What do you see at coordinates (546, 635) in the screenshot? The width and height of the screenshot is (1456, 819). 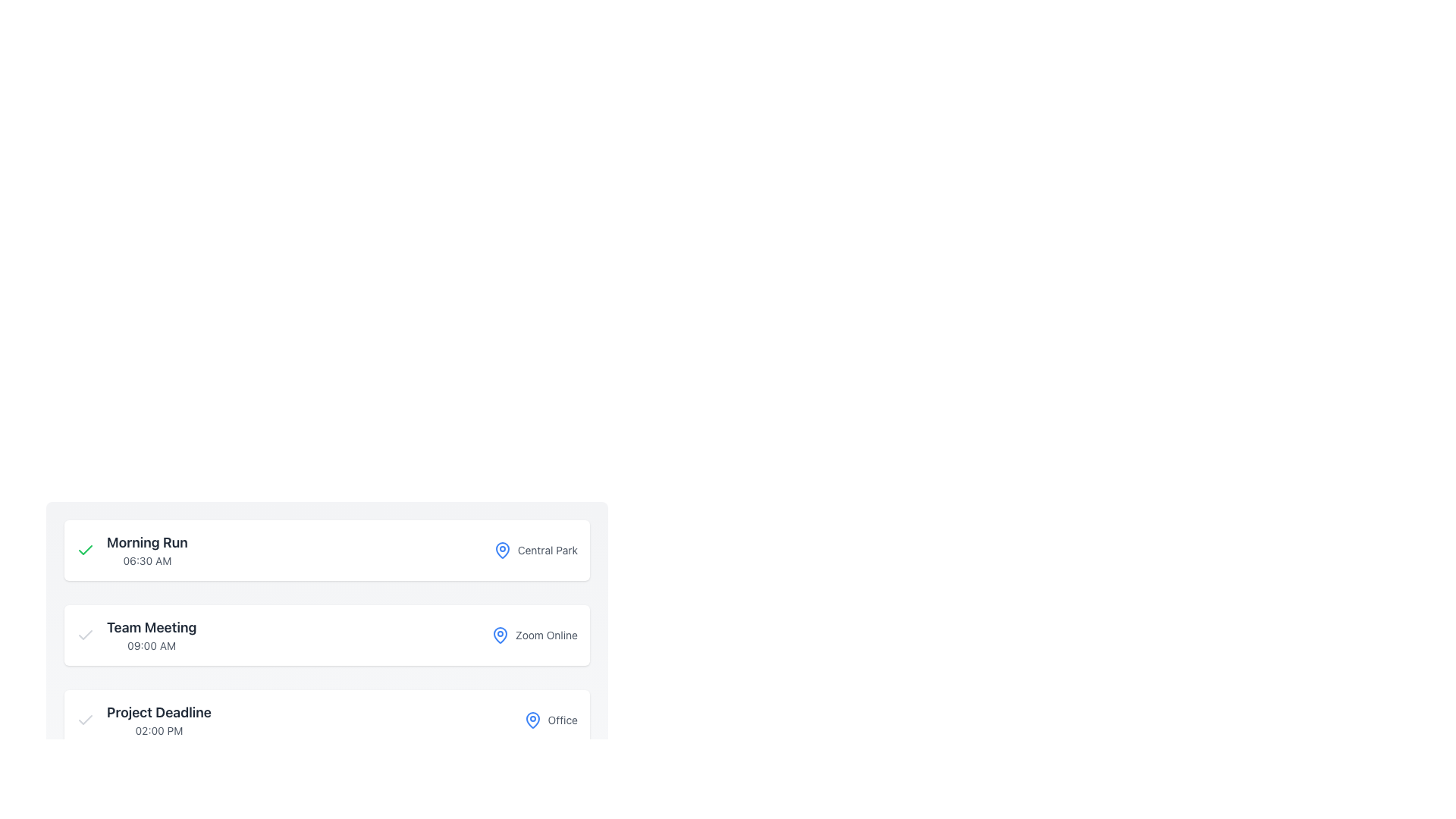 I see `the 'Zoom Online' text label, which is styled in a small, gray font and is part of the meeting's location details, located in the middle of the interface` at bounding box center [546, 635].